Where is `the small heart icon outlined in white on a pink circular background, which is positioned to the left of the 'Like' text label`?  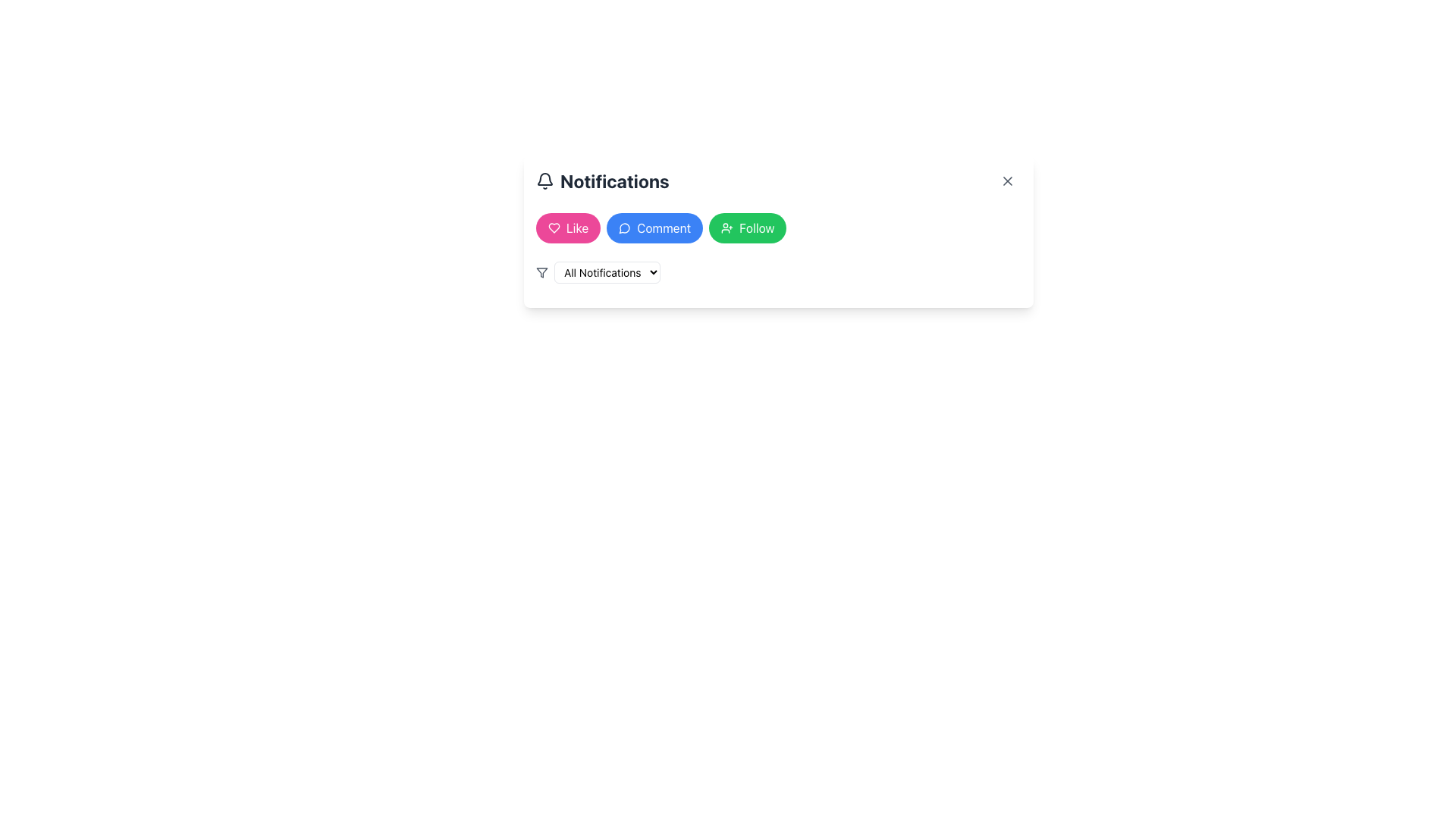
the small heart icon outlined in white on a pink circular background, which is positioned to the left of the 'Like' text label is located at coordinates (553, 227).